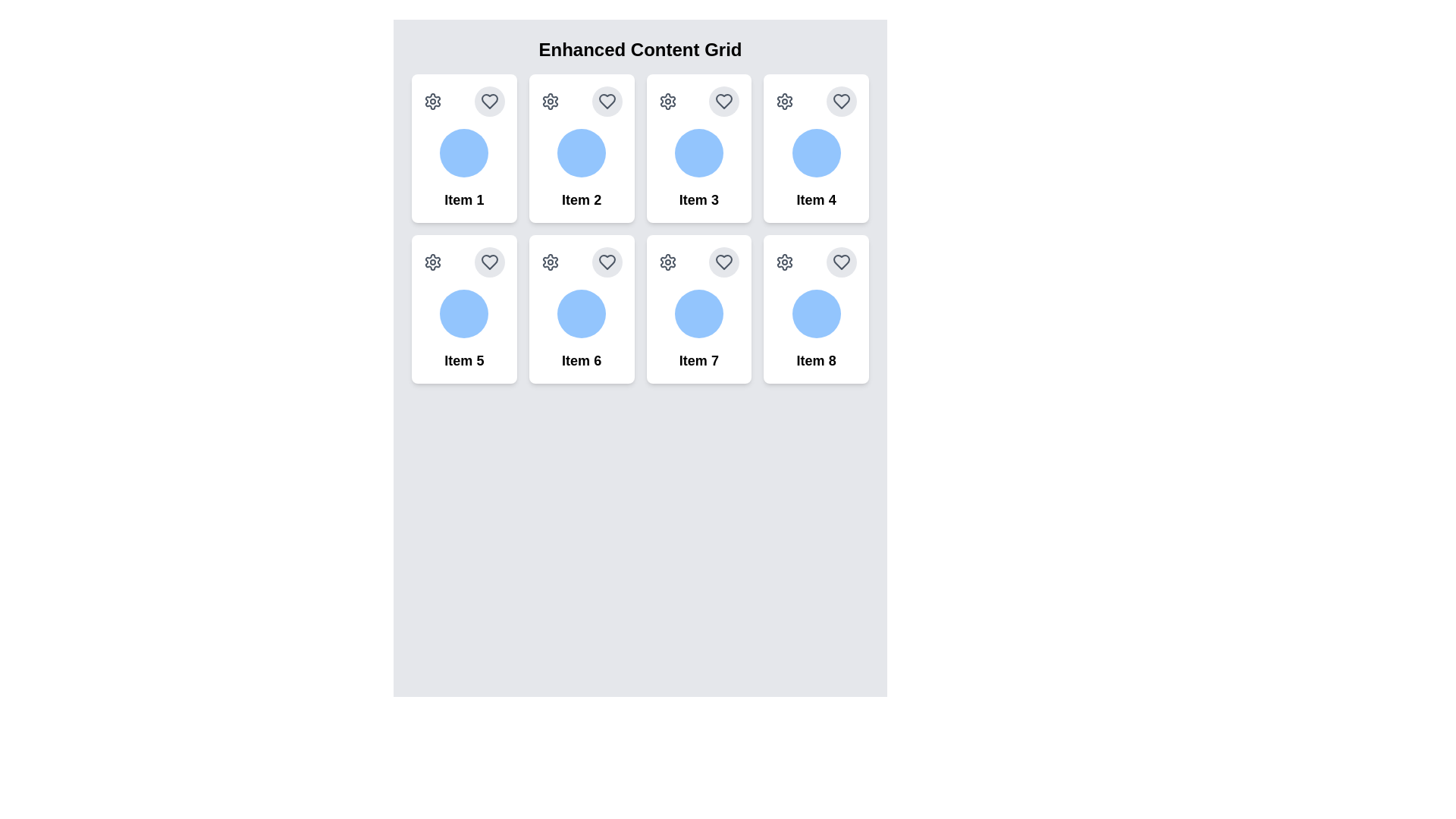 This screenshot has height=819, width=1456. What do you see at coordinates (463, 199) in the screenshot?
I see `text label 'Item 1' which is styled with center alignment and bold font, located in the bottom section of the first card in the first row of a 2x4 grid layout` at bounding box center [463, 199].